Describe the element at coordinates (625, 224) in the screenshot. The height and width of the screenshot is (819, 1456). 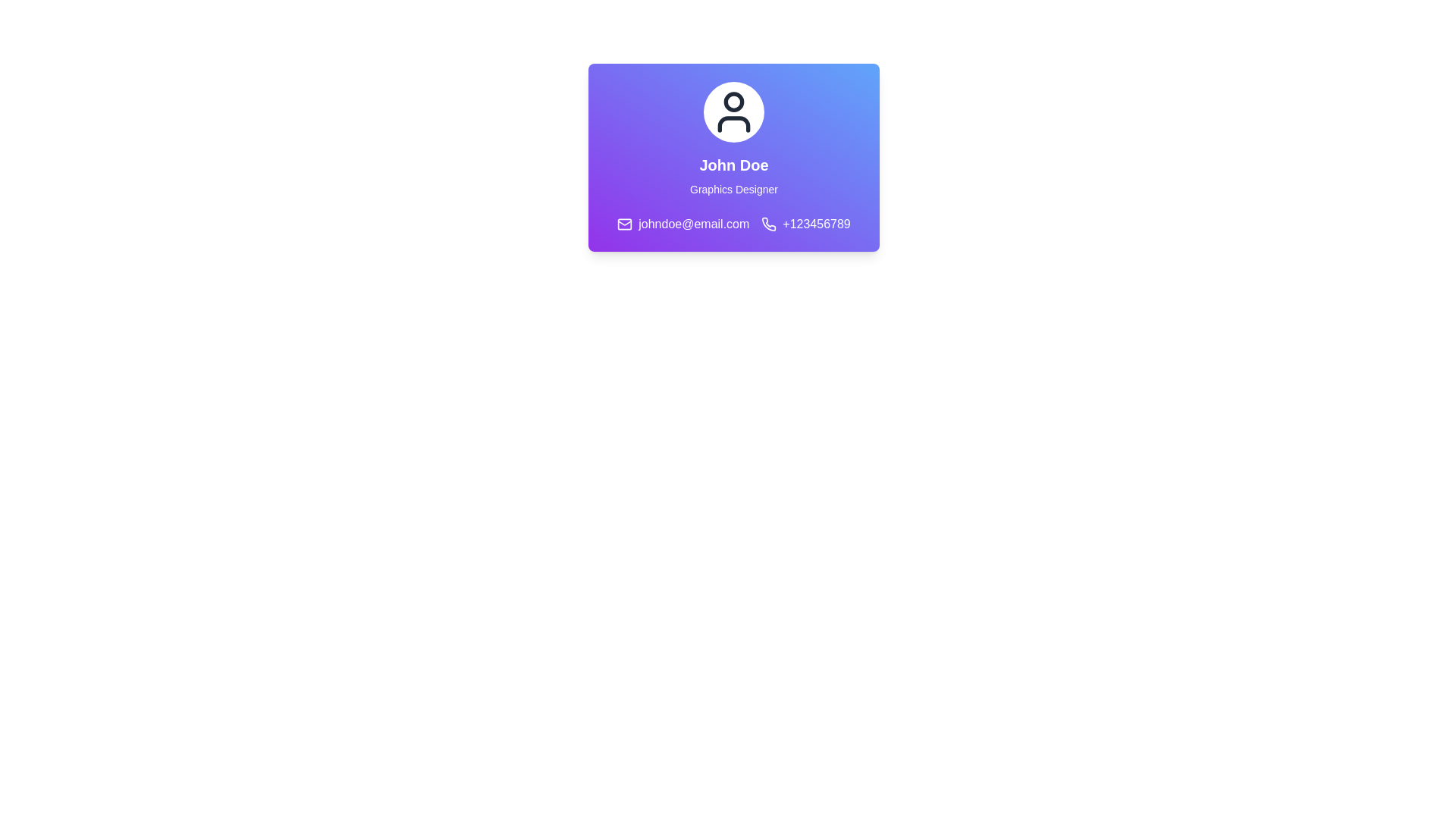
I see `the email icon located to the left of the email address 'johndoe@email.com'` at that location.